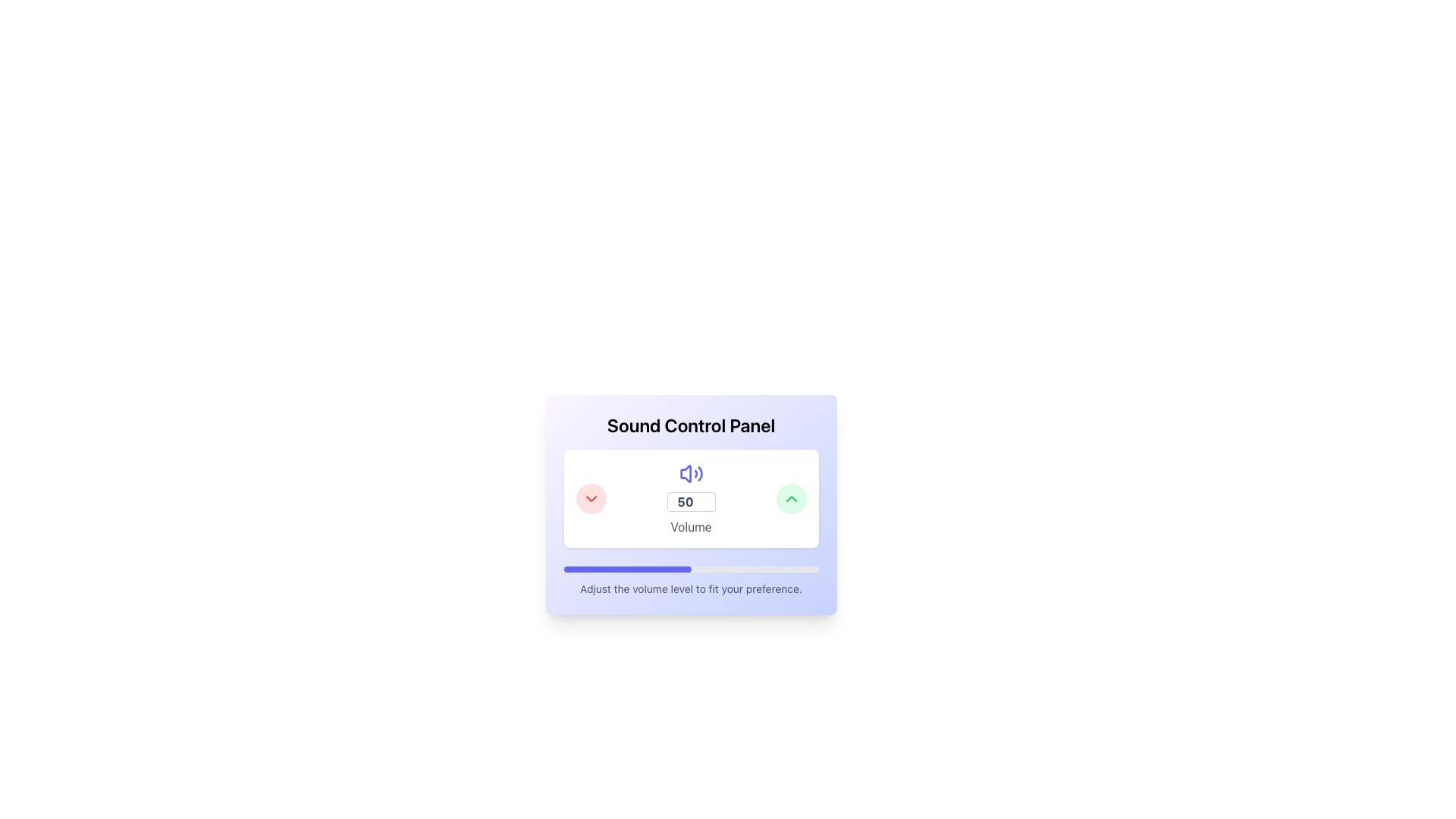  Describe the element at coordinates (690, 472) in the screenshot. I see `the sound or volume control icon located at the top center of the control panel above the numeric input box labeled 'Volume.'` at that location.